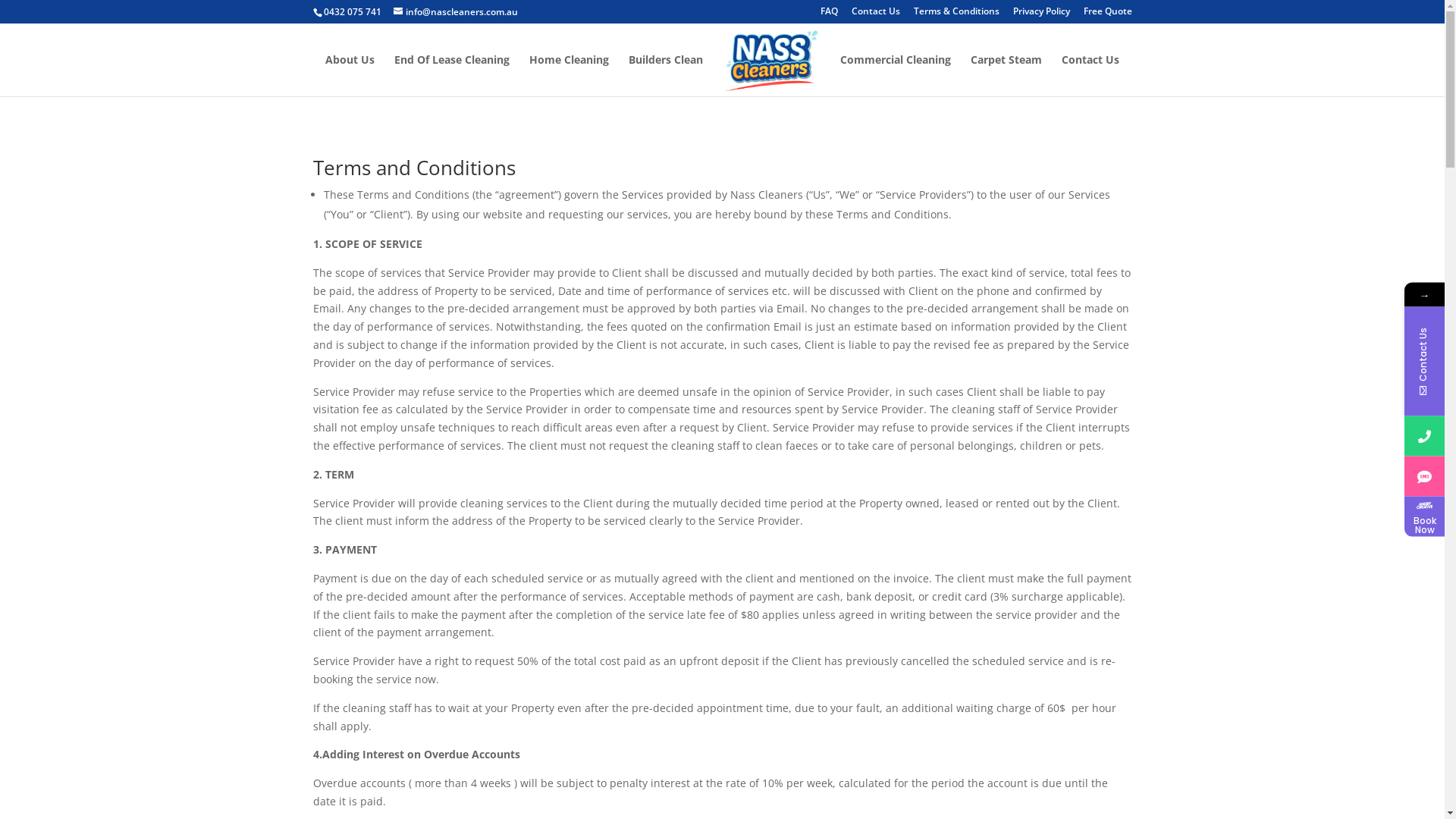 The image size is (1456, 819). Describe the element at coordinates (450, 75) in the screenshot. I see `'End Of Lease Cleaning'` at that location.